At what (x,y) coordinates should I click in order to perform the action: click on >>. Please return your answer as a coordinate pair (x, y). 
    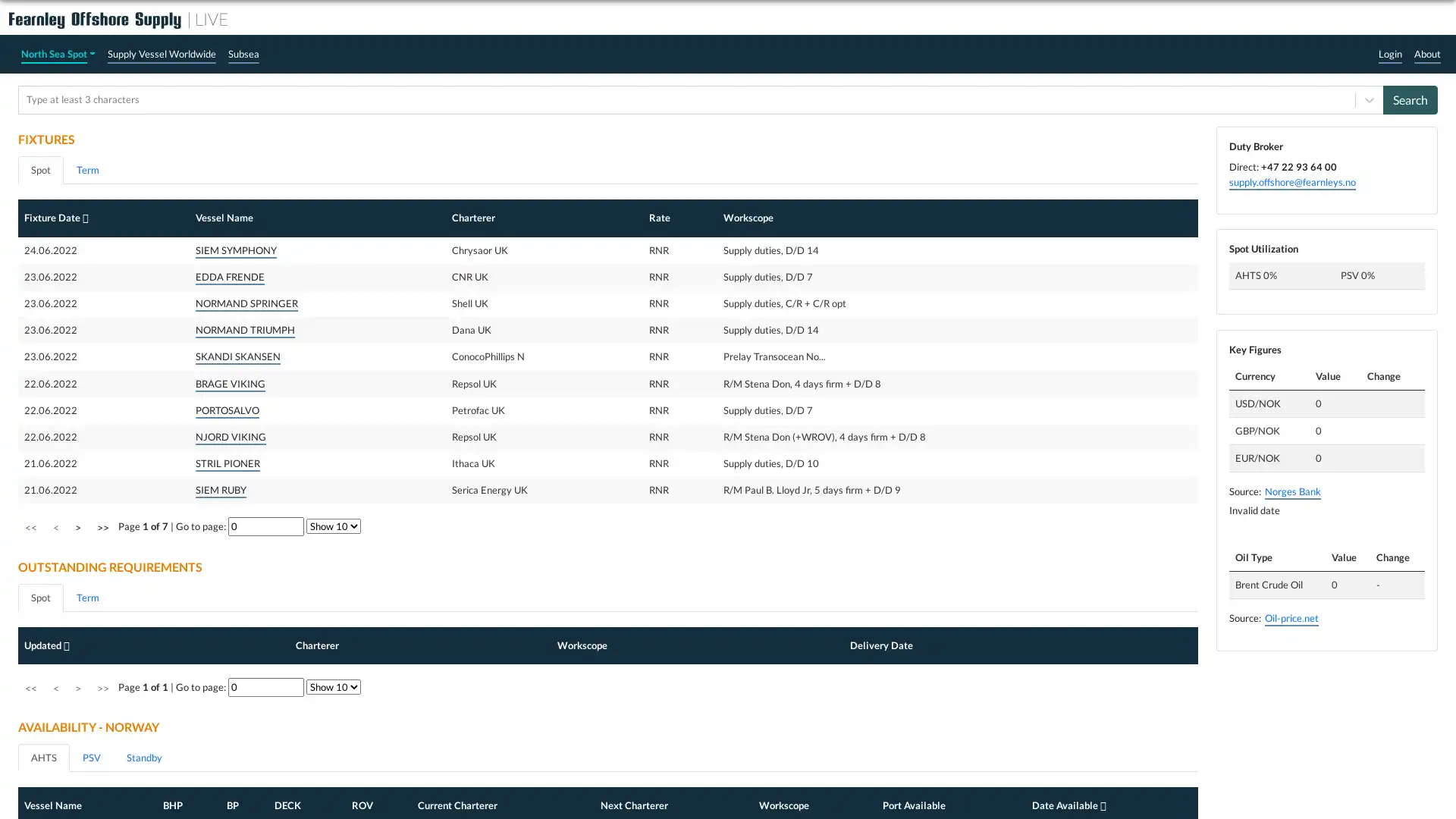
    Looking at the image, I should click on (102, 767).